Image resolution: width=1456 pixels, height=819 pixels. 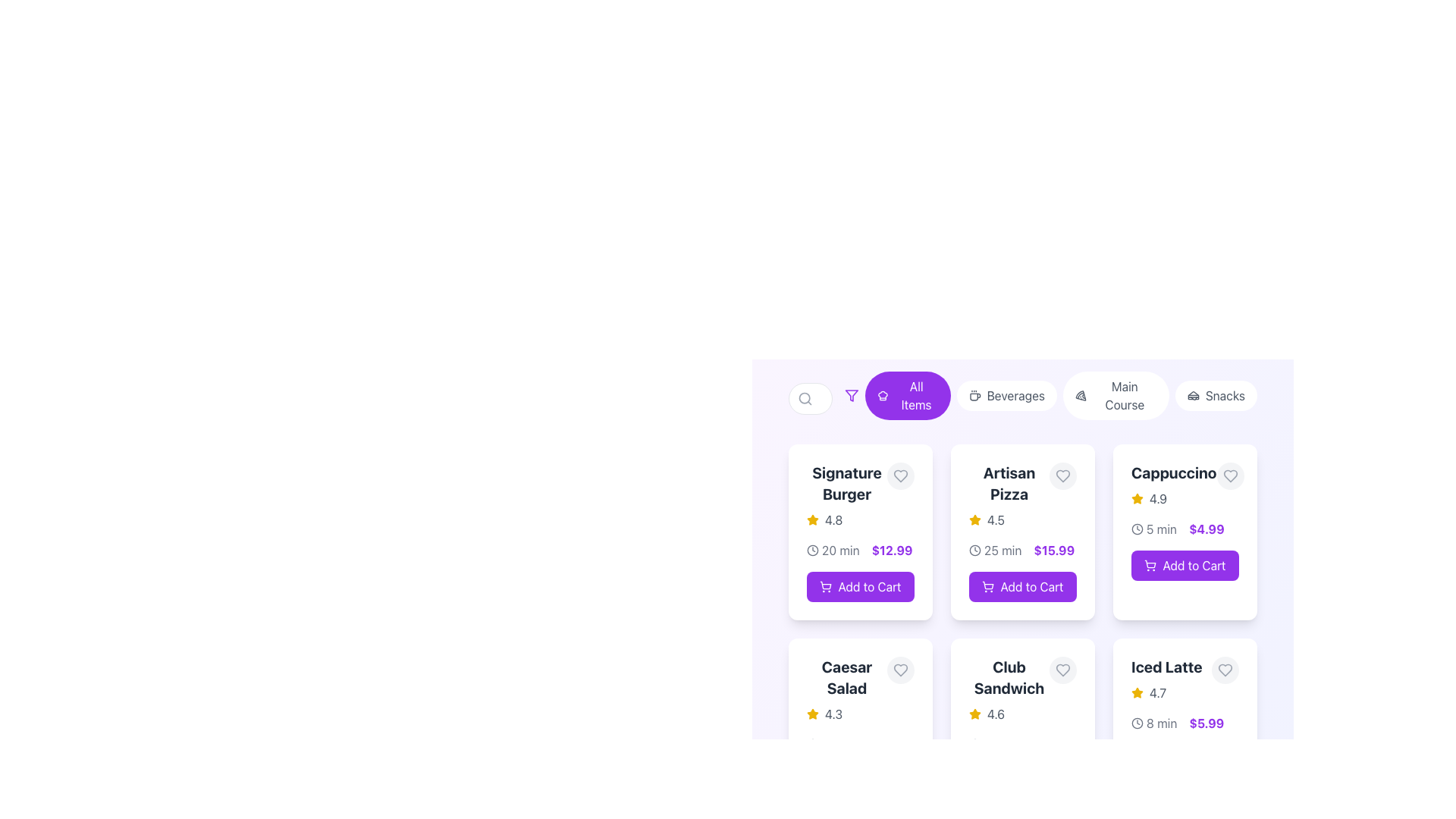 I want to click on the 'Add to Cart' button, which displays white text on a purple background, located in the lower section of the 'Cappuccino' product card, so click(x=1193, y=565).